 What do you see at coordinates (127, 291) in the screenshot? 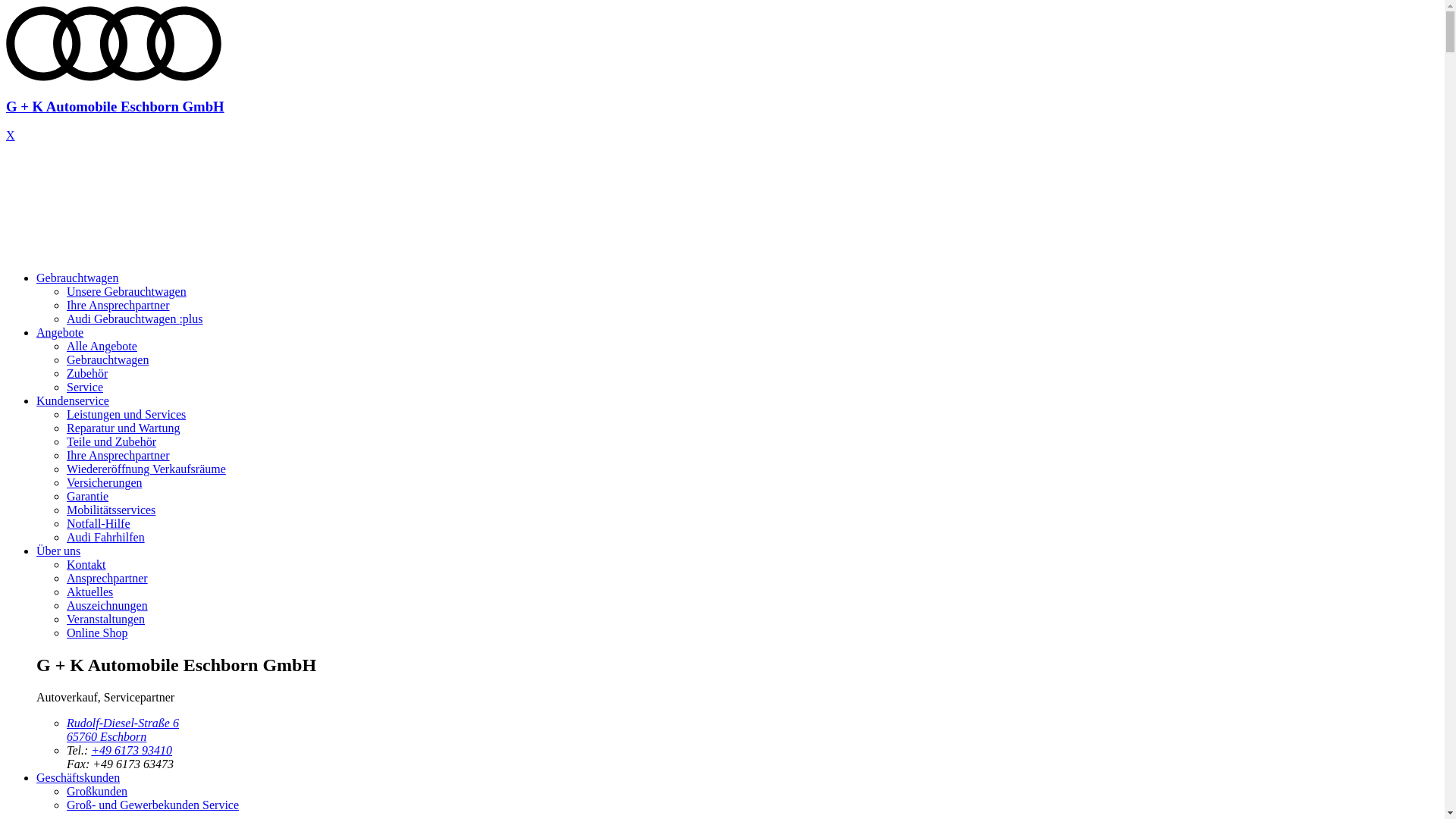
I see `'Unsere Gebrauchtwagen'` at bounding box center [127, 291].